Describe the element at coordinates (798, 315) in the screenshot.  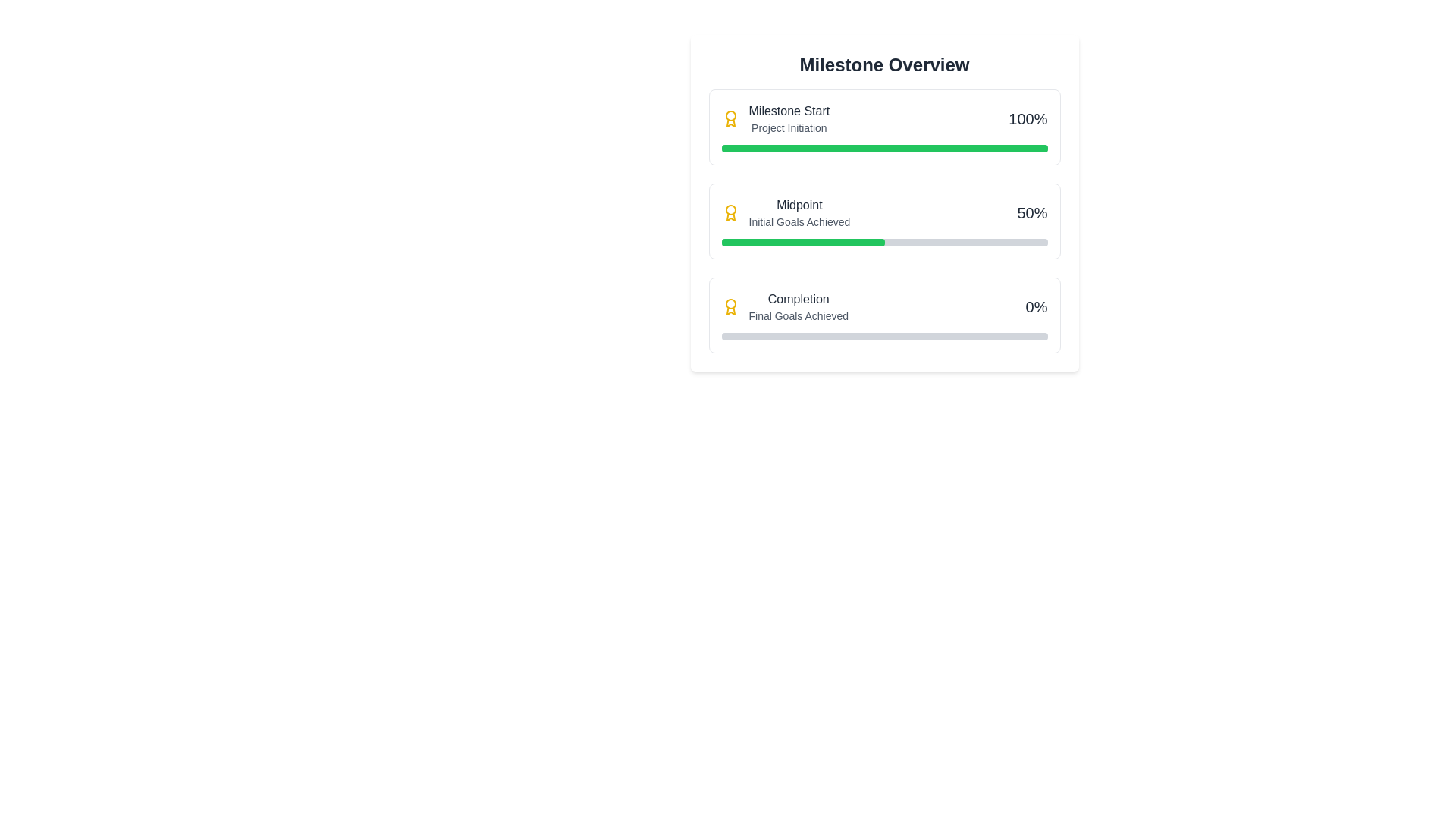
I see `the static text displaying 'Final Goals Achieved' located under the 'Completion' header in the milestone tracker layout` at that location.